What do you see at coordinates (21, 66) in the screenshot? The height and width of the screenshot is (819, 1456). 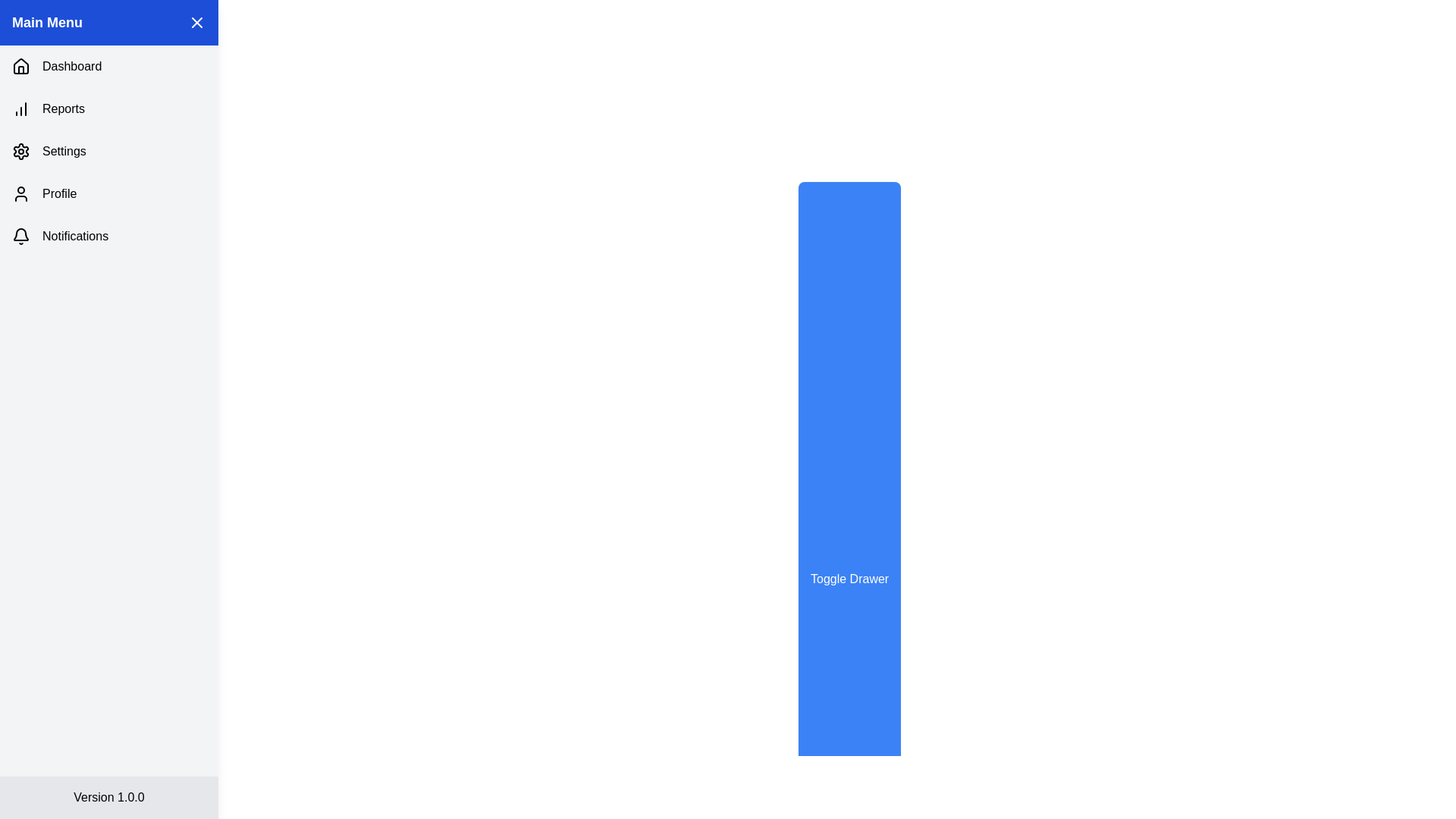 I see `the minimalistic black and white house SVG icon located in the left sidebar menu under the 'Dashboard' button` at bounding box center [21, 66].